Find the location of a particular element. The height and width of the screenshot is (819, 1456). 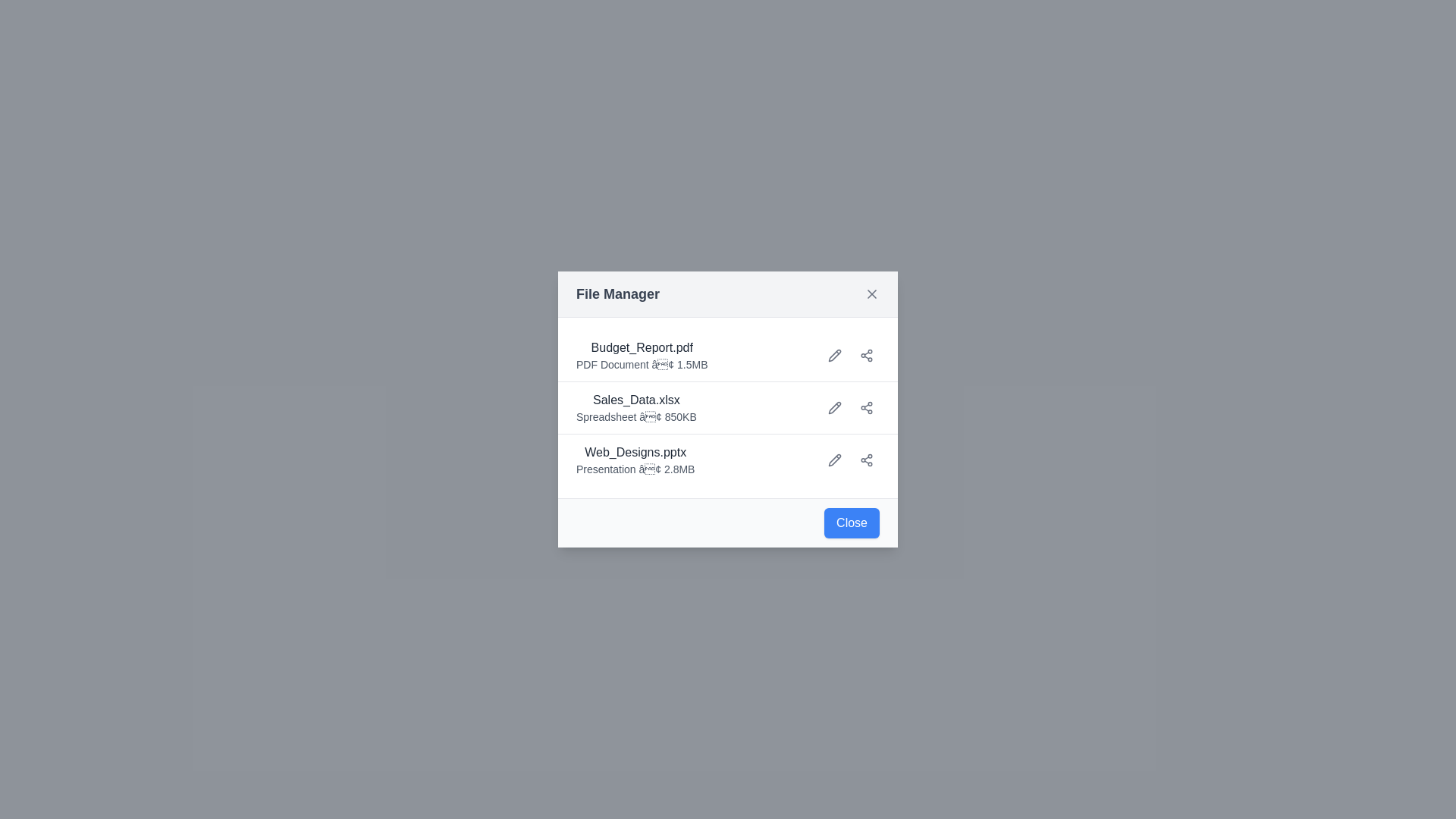

the share icon for the file named Web_Designs.pptx is located at coordinates (866, 459).